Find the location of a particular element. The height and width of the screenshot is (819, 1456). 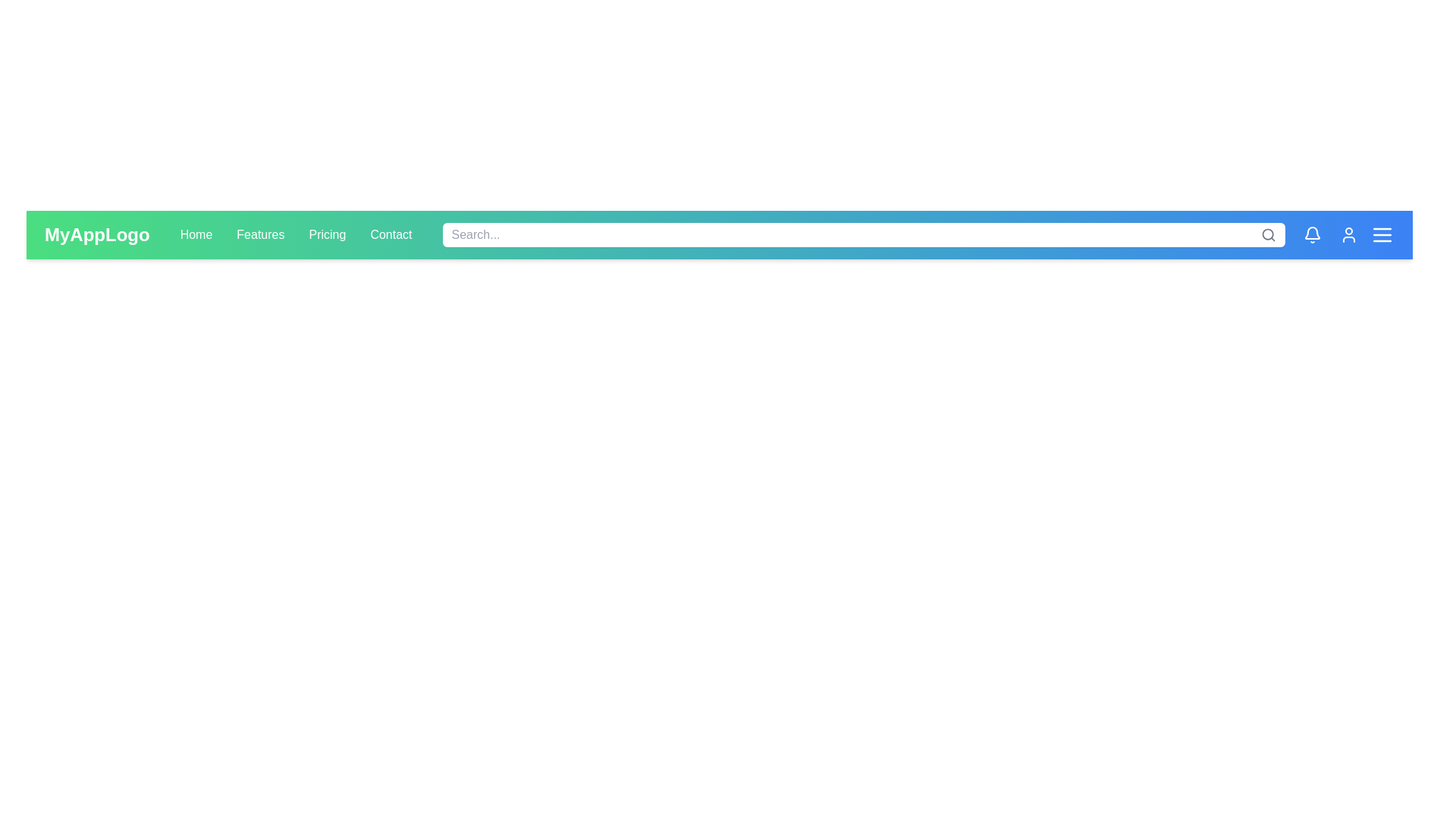

the 'Pricing' hyperlink located in the navigation menu is located at coordinates (327, 234).